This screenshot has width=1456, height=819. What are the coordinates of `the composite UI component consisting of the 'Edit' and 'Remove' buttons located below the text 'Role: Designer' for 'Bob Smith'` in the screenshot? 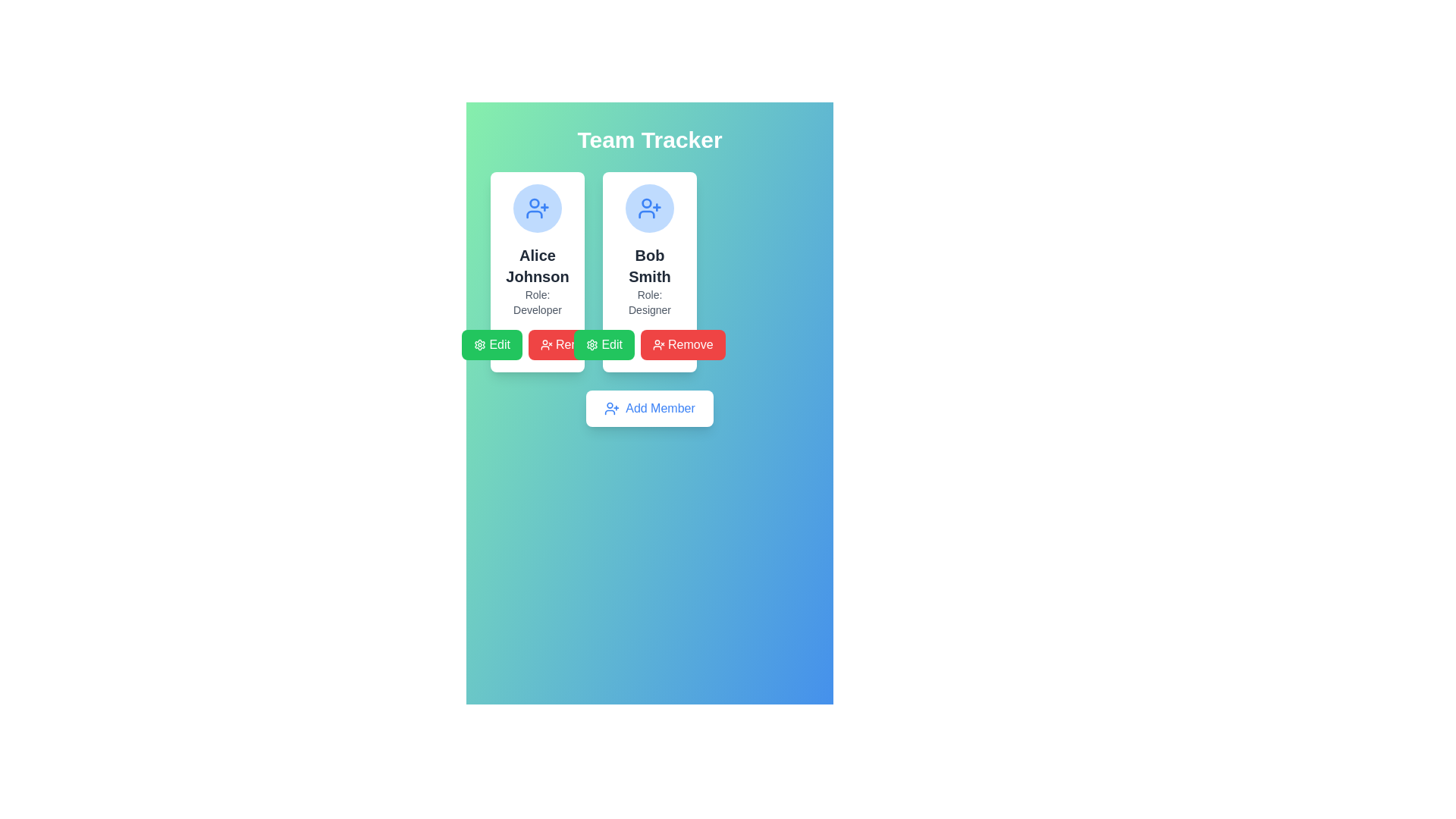 It's located at (650, 345).